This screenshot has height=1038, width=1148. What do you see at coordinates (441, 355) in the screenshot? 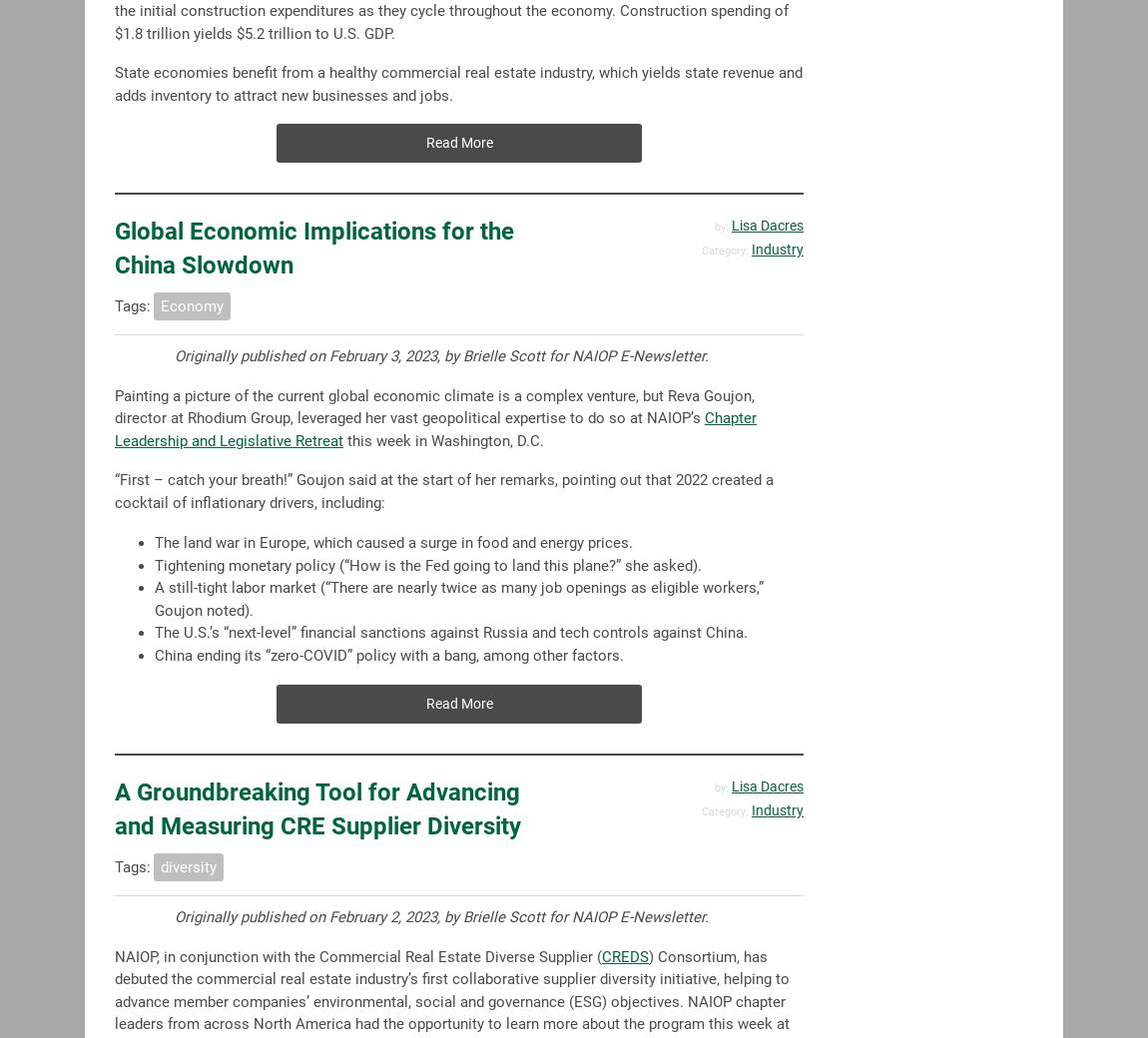
I see `'Originally published on February 3, 2023, by Brielle Scott for NAIOP E-Newsletter.'` at bounding box center [441, 355].